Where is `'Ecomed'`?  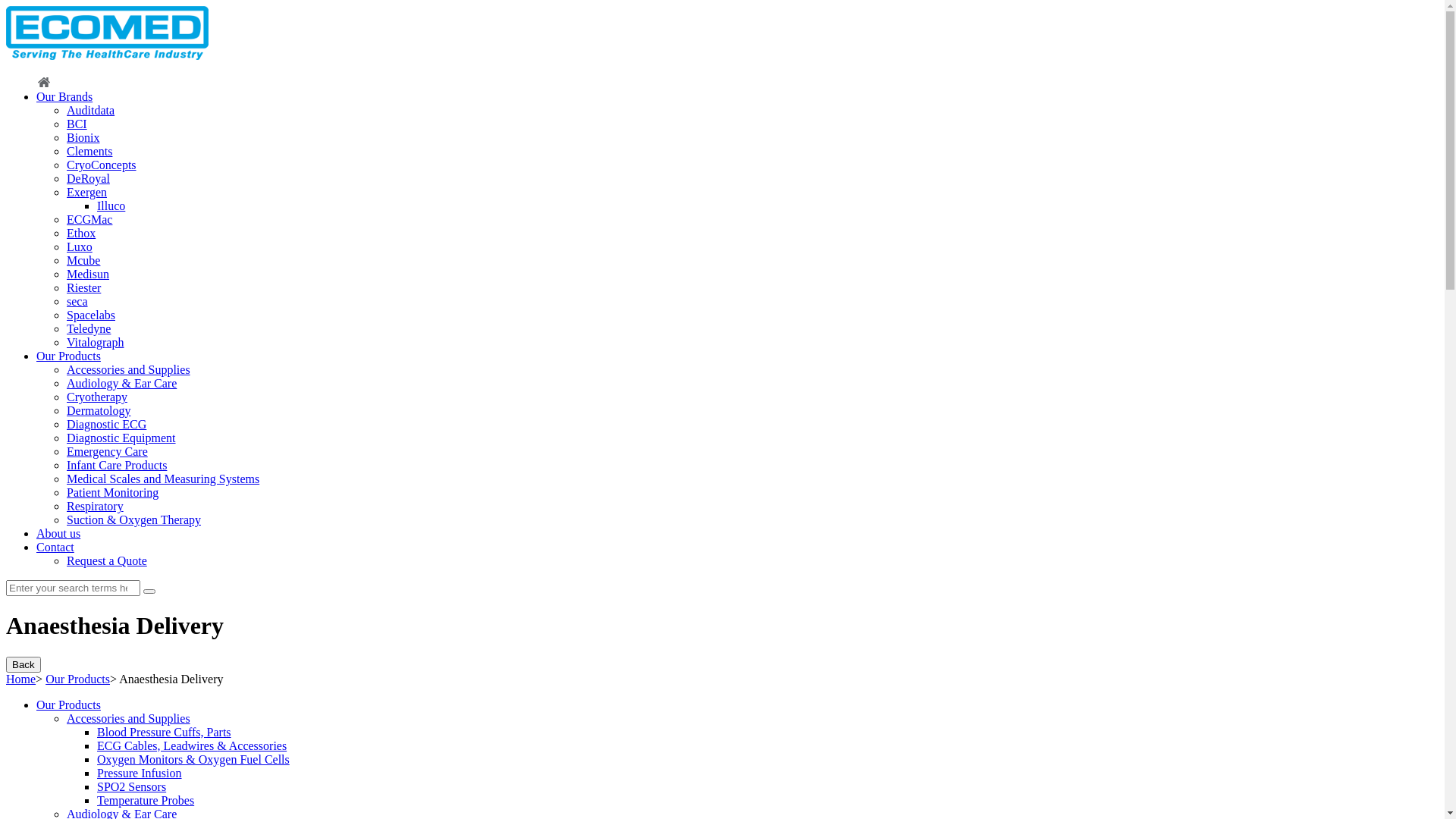
'Ecomed' is located at coordinates (106, 33).